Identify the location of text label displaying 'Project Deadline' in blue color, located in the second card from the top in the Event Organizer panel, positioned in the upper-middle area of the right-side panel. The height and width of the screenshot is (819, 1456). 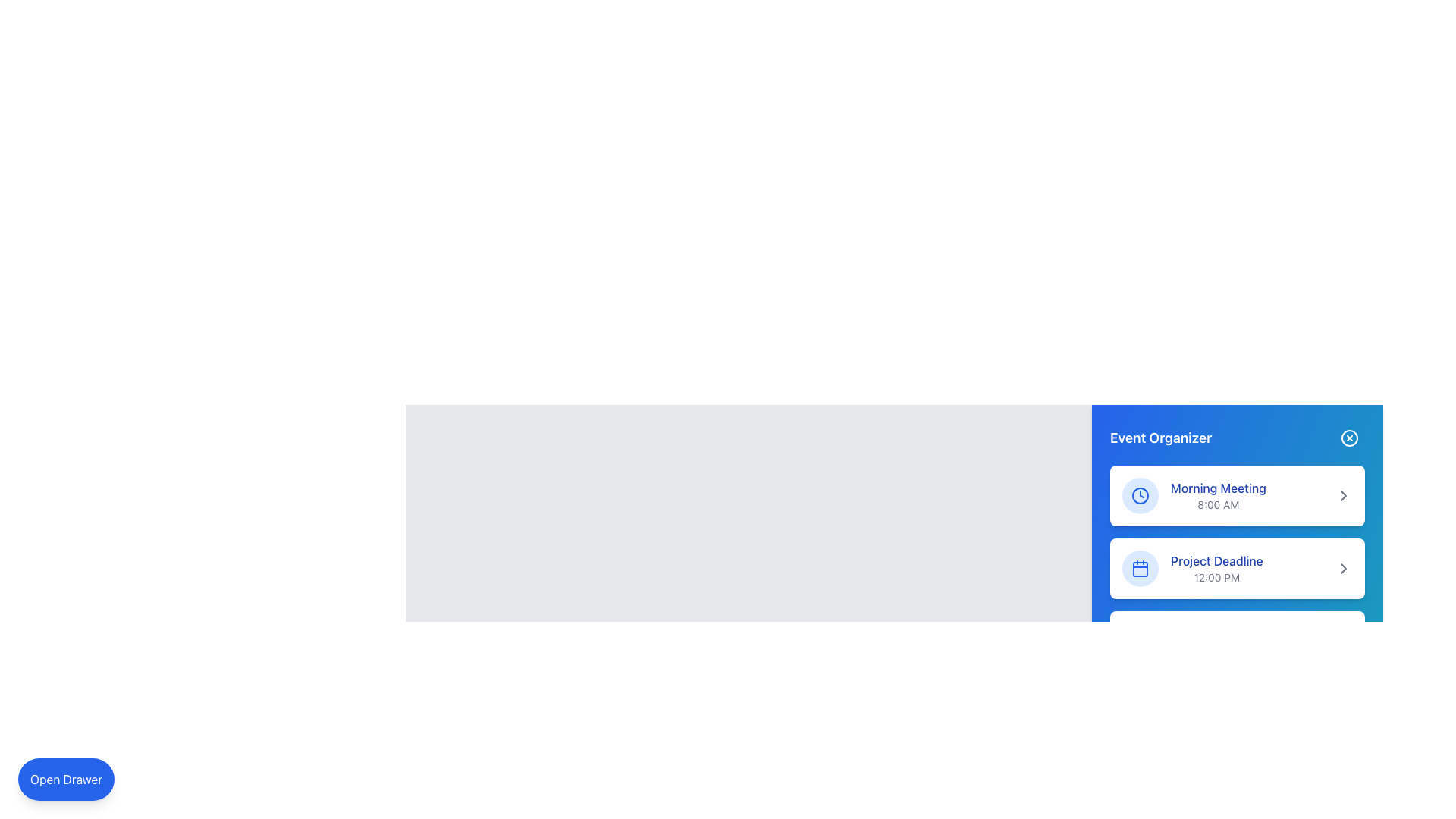
(1216, 561).